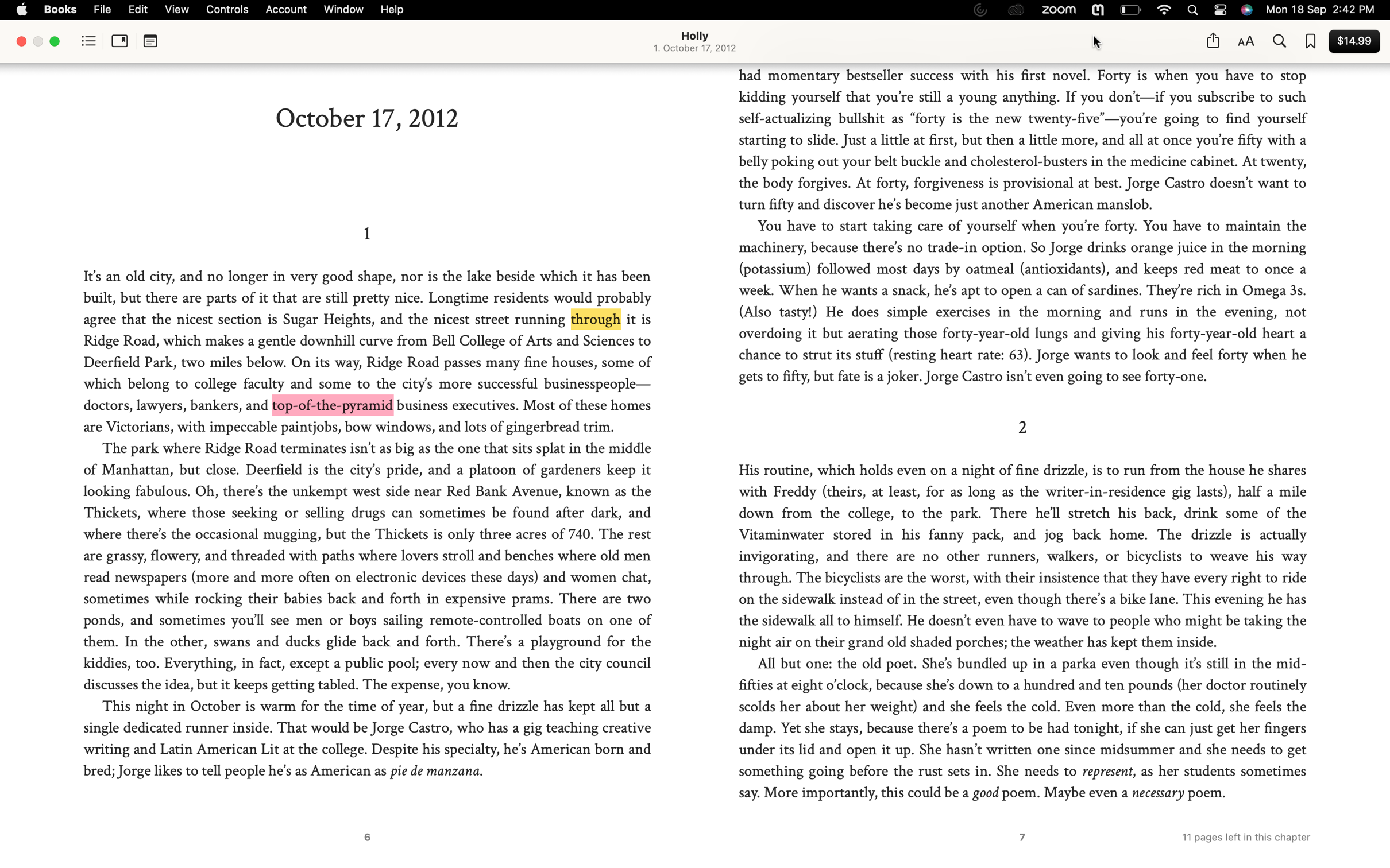 Image resolution: width=1390 pixels, height=868 pixels. What do you see at coordinates (1212, 40) in the screenshot?
I see `Share the current page on social media "Facebook` at bounding box center [1212, 40].